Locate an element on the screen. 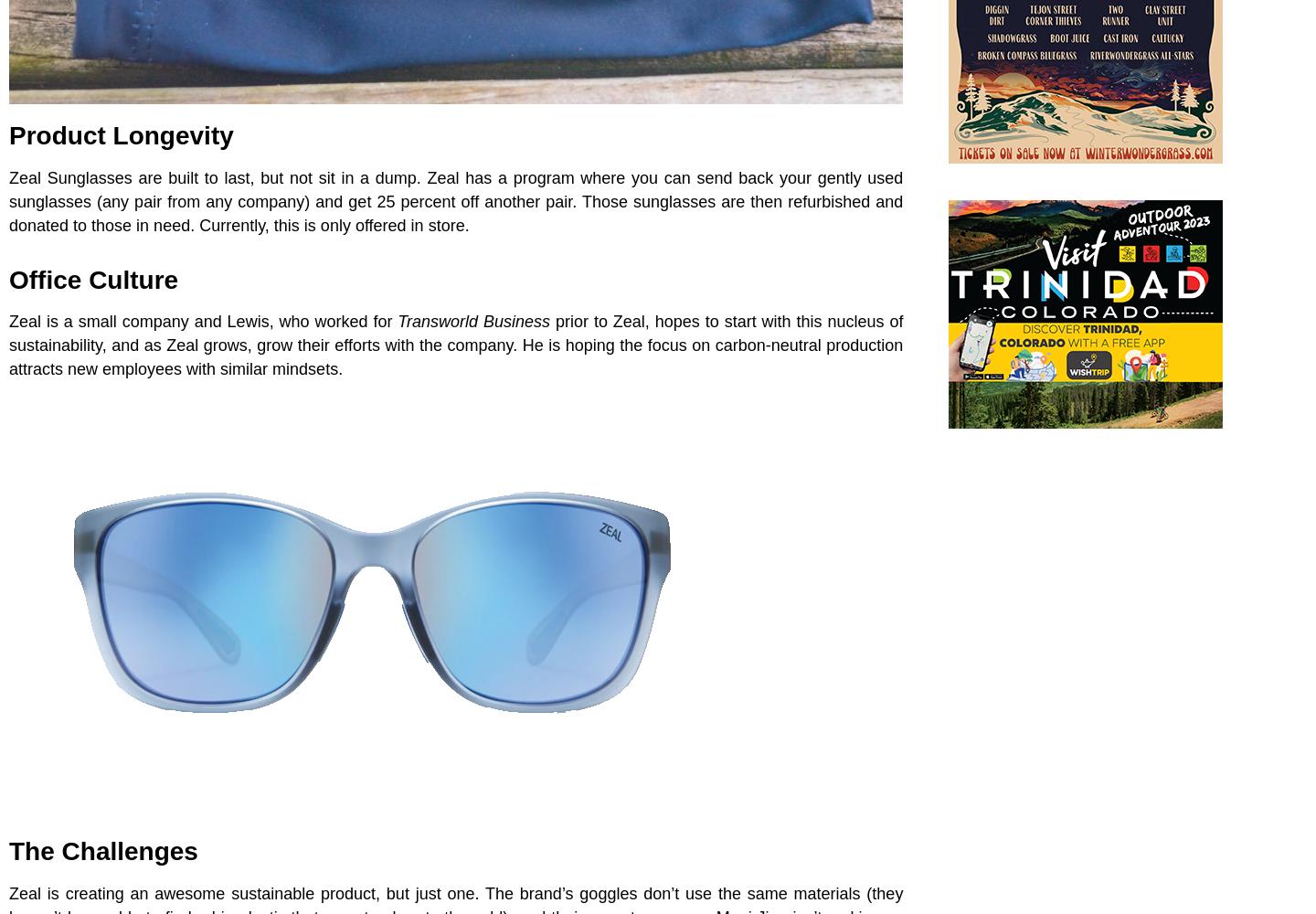  'Transworld Business' is located at coordinates (470, 321).